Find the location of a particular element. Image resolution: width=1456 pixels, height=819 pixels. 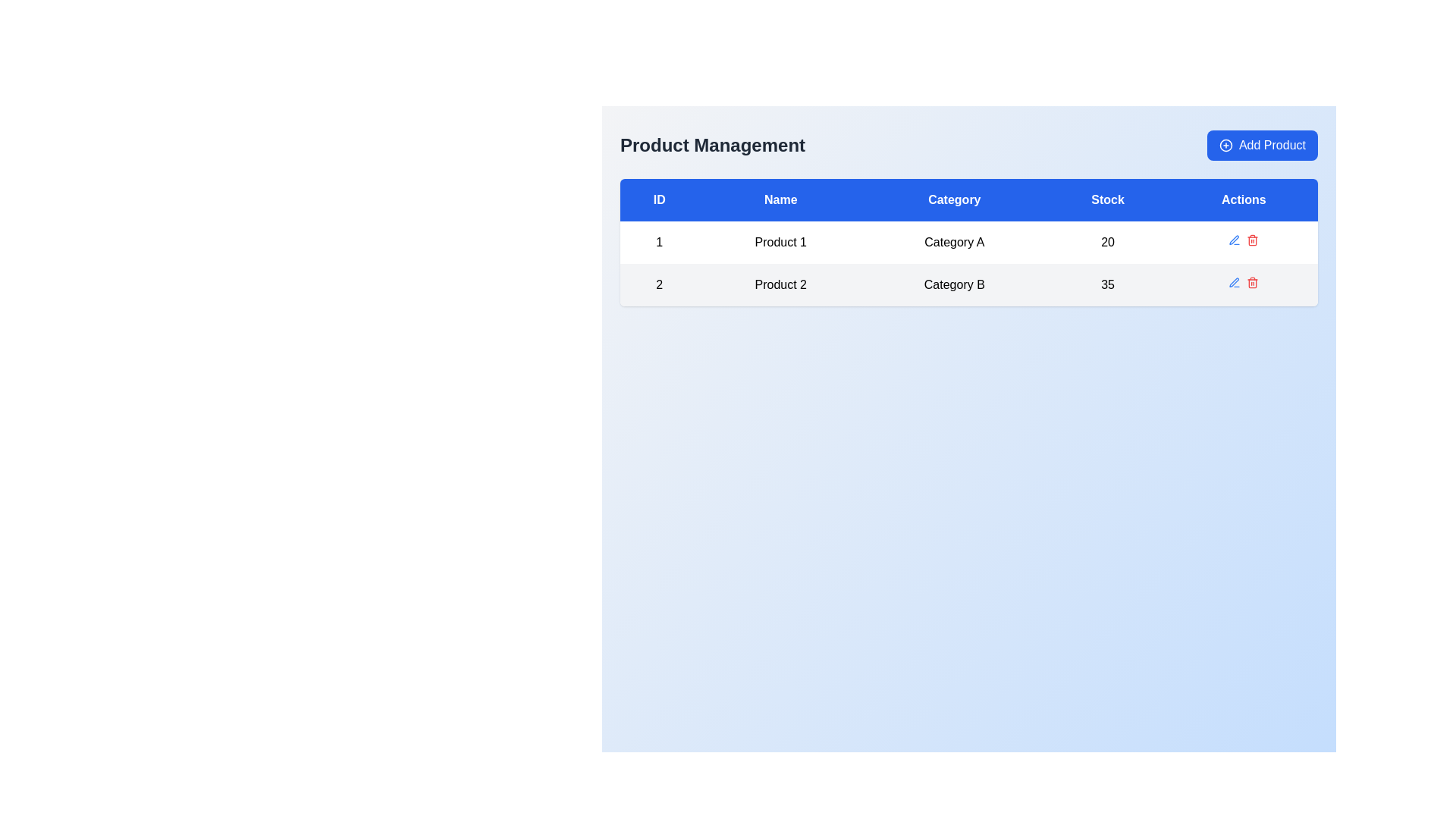

the pencil-shaped edit icon located in the second row of the Actions column of the data table is located at coordinates (1234, 282).